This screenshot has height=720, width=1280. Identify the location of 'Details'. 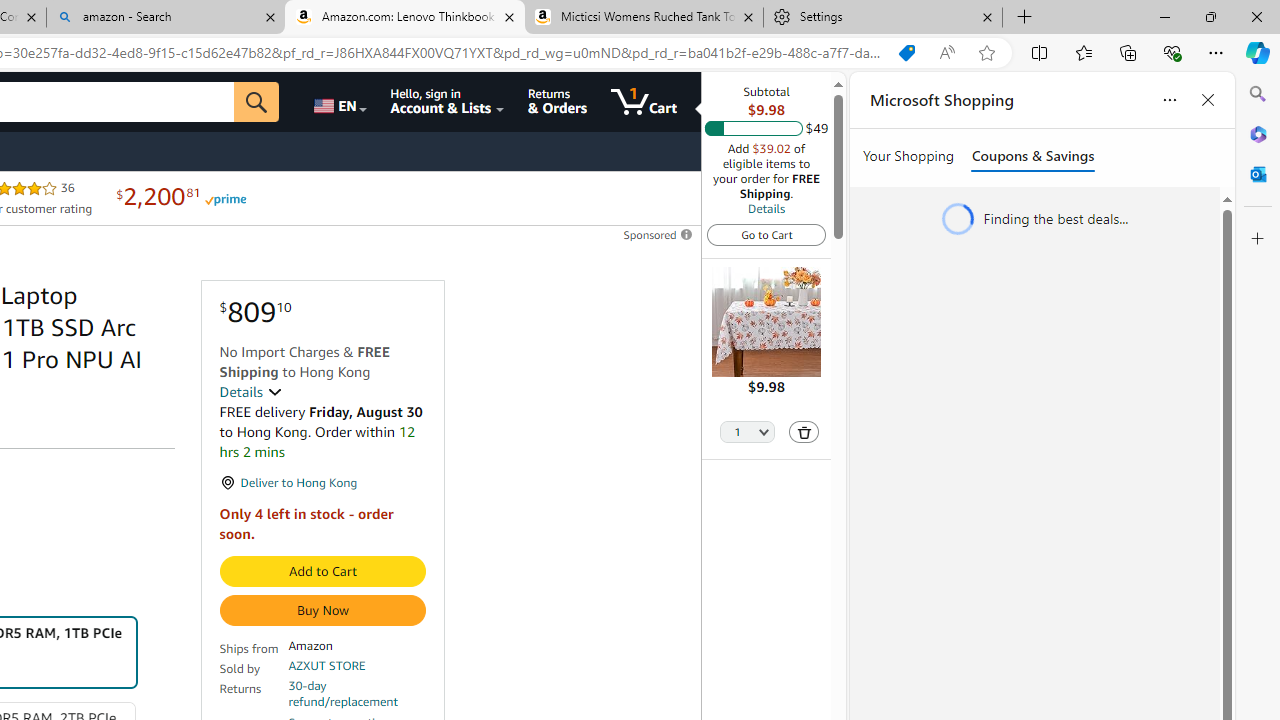
(765, 208).